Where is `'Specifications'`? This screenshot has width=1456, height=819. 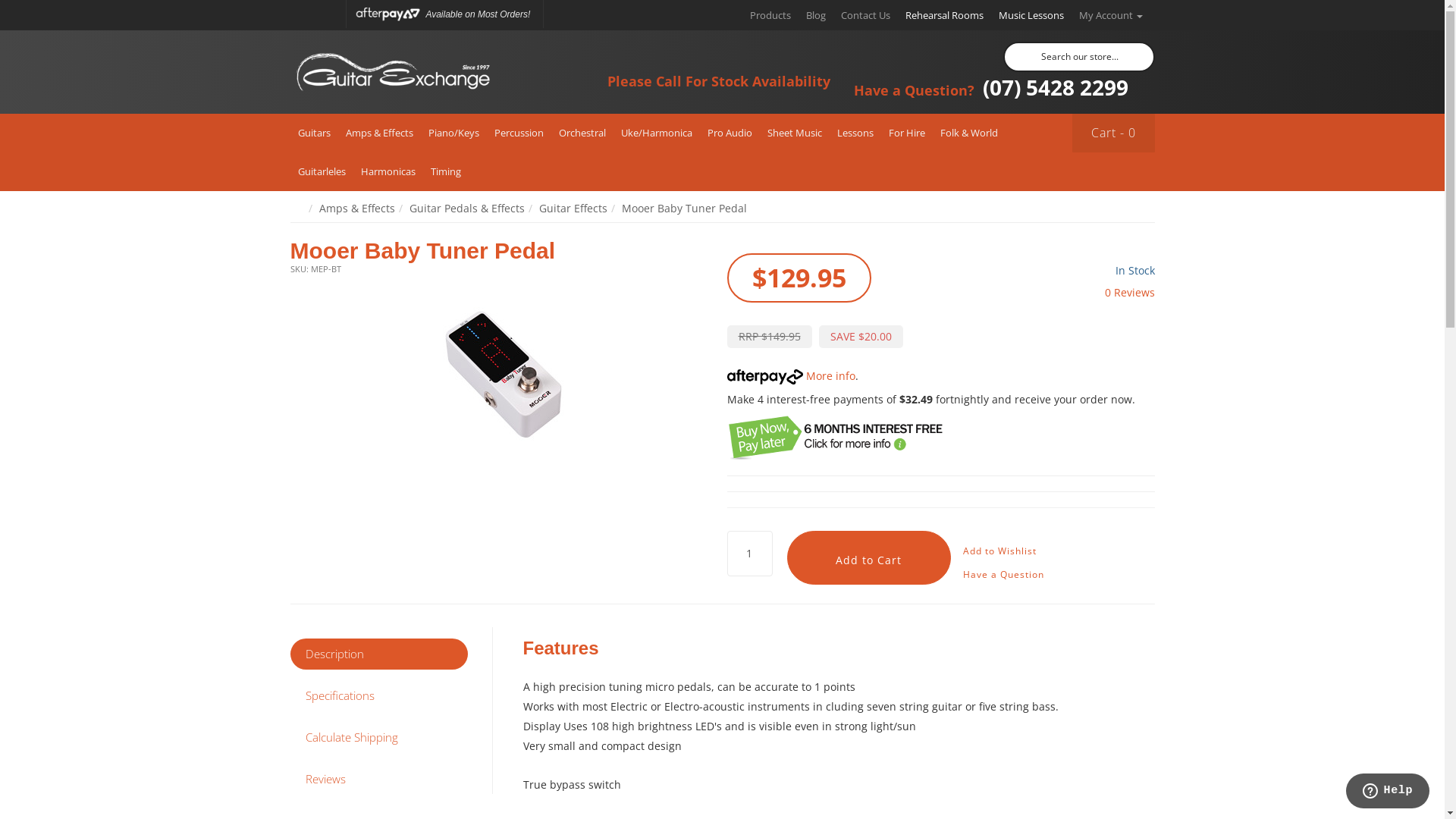 'Specifications' is located at coordinates (378, 695).